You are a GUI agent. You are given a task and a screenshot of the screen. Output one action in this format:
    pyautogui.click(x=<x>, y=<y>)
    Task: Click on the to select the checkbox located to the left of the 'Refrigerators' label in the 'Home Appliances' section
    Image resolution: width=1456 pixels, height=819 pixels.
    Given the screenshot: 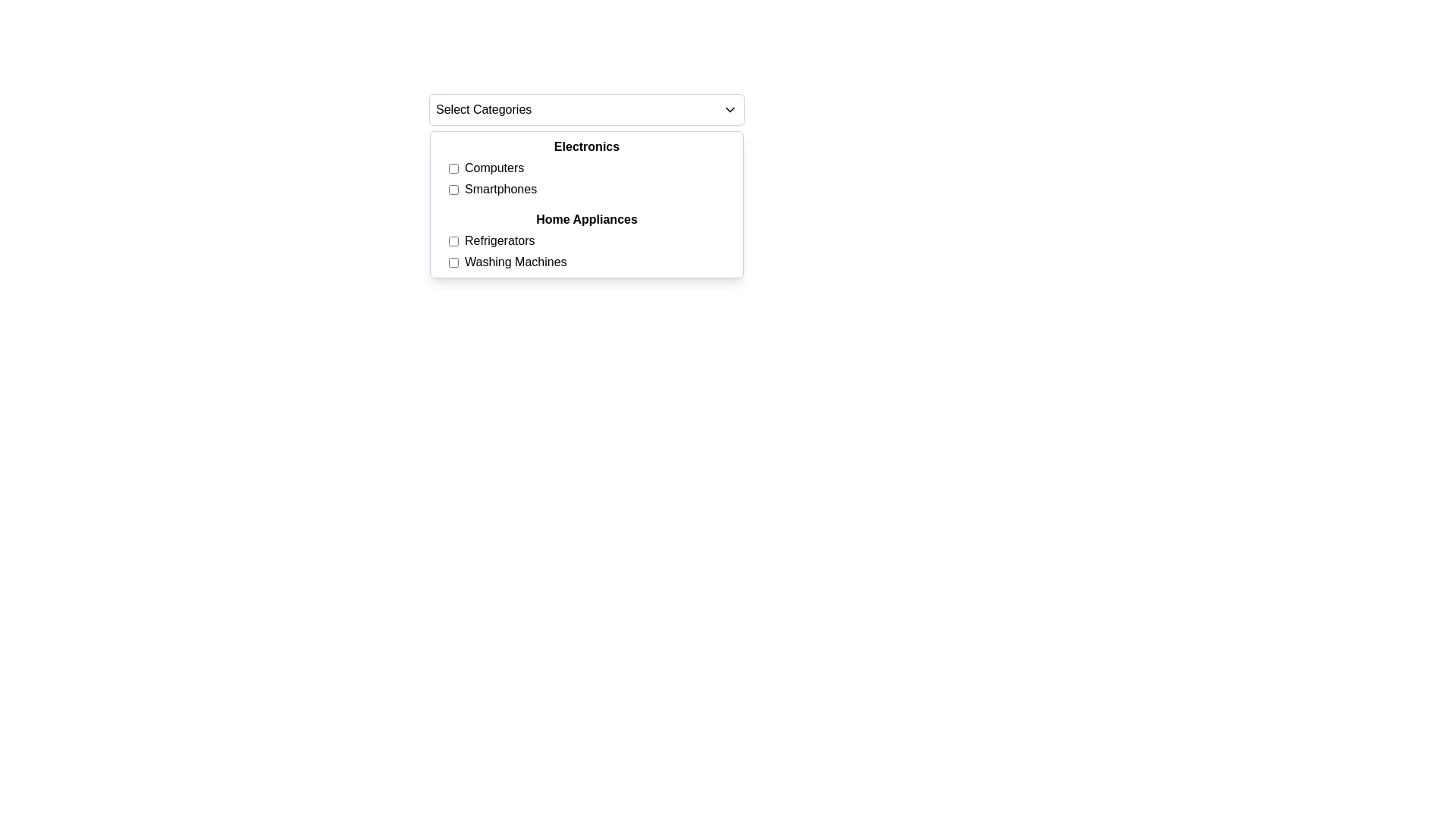 What is the action you would take?
    pyautogui.click(x=453, y=240)
    